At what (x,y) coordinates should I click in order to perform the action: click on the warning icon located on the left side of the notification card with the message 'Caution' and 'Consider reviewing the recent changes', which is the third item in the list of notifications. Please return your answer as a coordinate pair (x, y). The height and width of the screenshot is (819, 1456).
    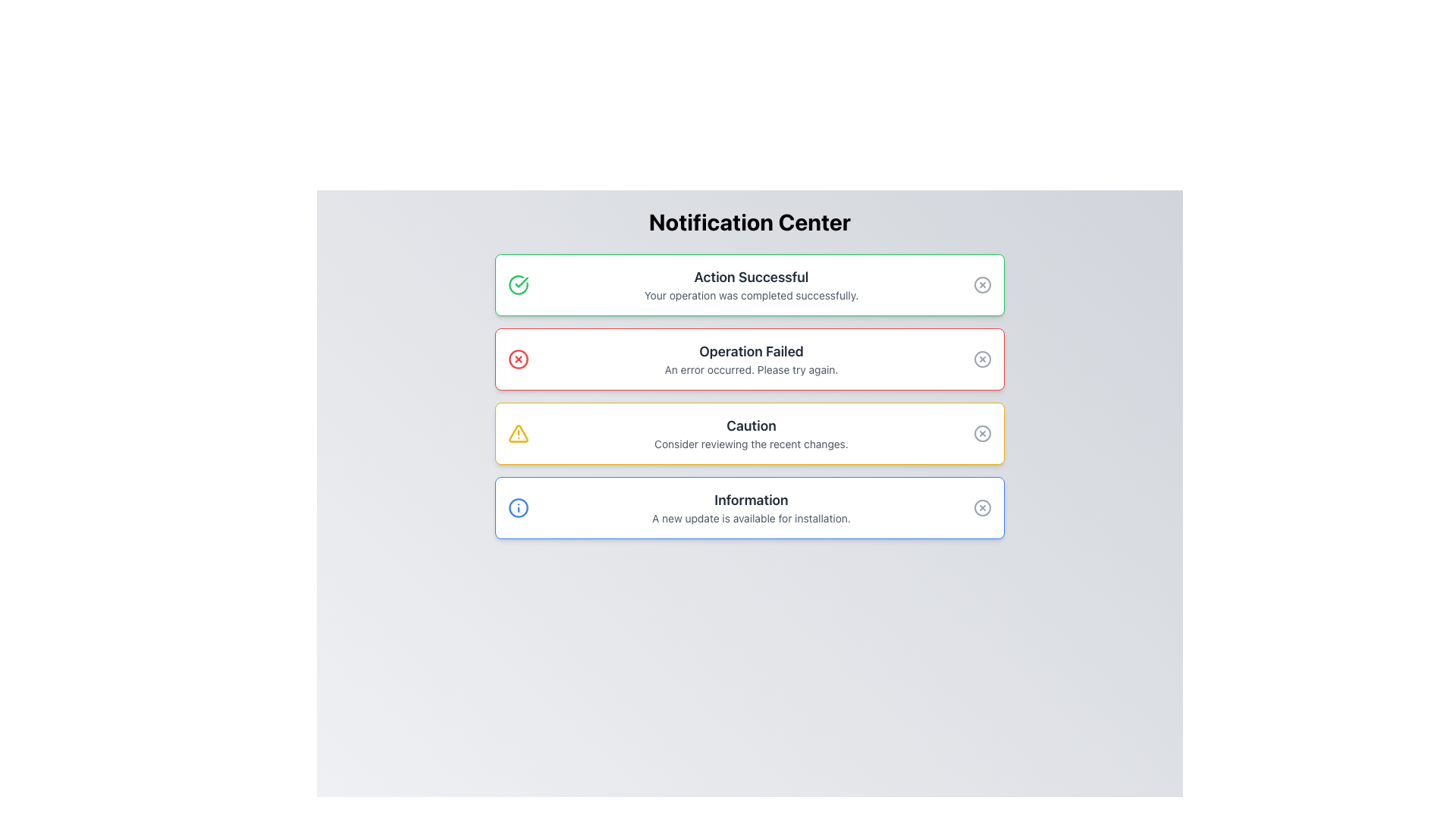
    Looking at the image, I should click on (519, 433).